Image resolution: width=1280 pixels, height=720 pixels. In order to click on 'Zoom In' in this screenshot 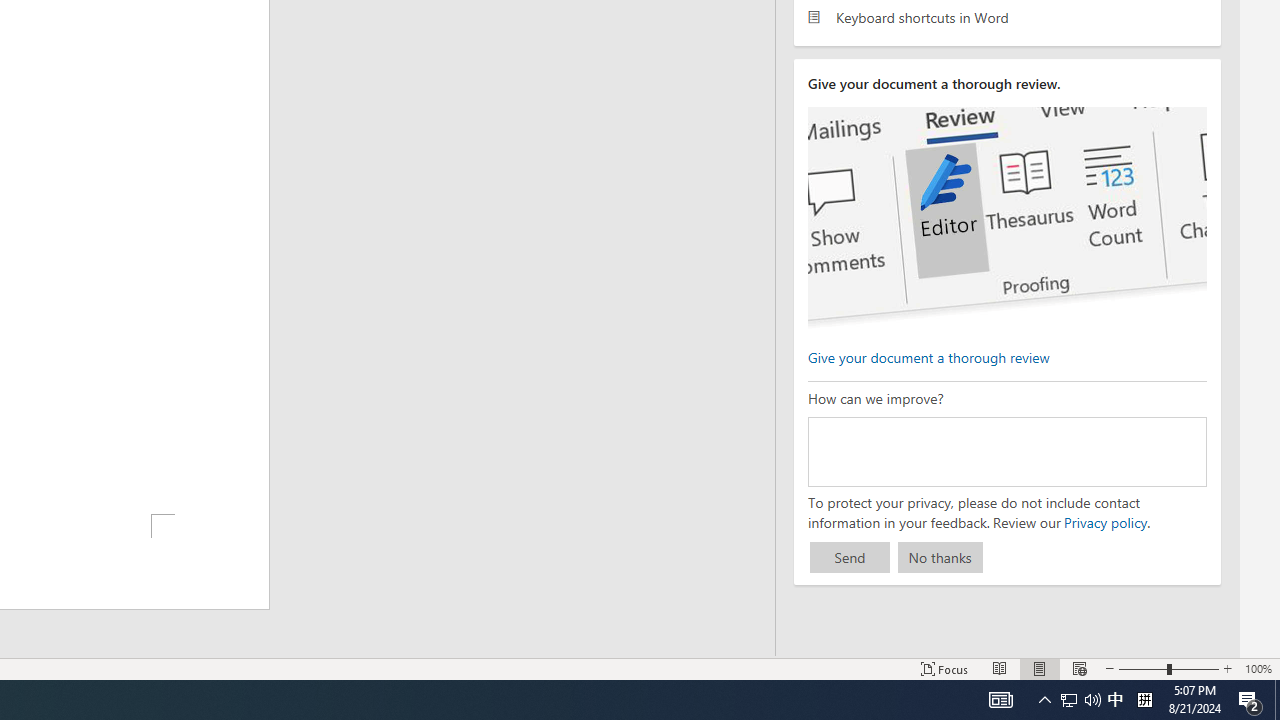, I will do `click(1226, 669)`.